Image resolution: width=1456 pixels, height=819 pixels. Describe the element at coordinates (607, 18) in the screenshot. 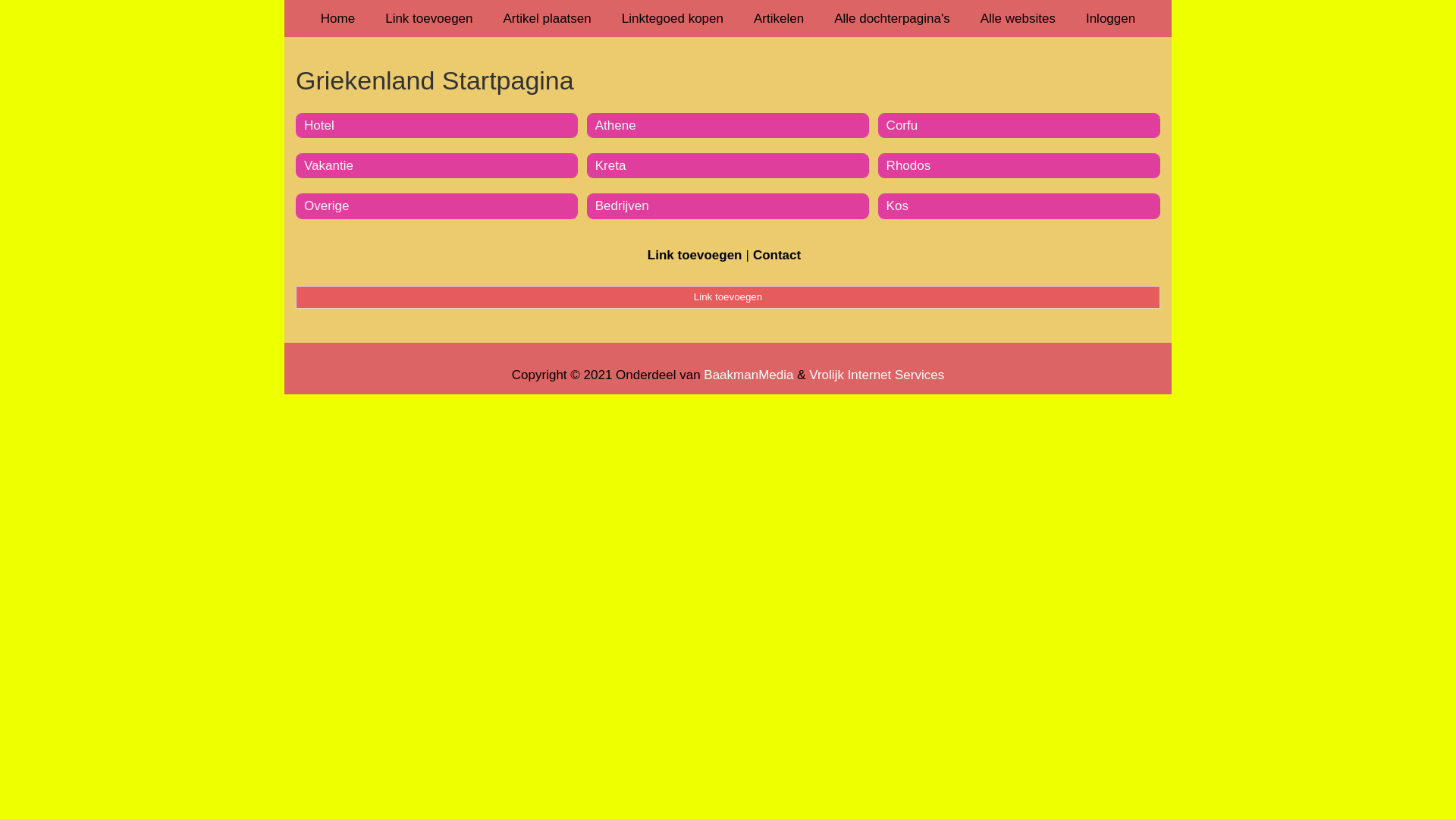

I see `'Linktegoed kopen'` at that location.